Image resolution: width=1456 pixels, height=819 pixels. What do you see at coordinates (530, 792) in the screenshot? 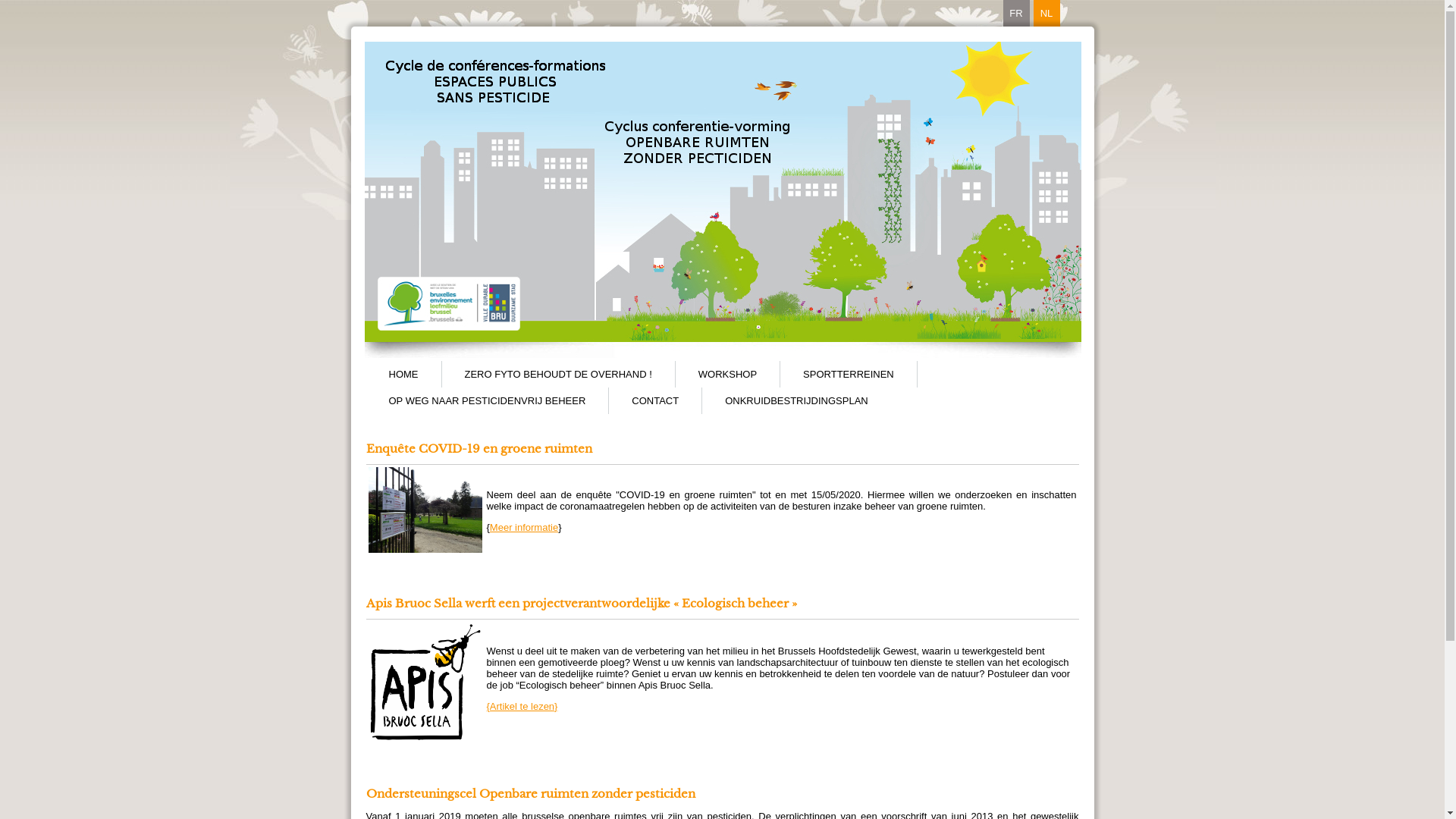
I see `'Ondersteuningscel Openbare ruimten zonder pesticiden'` at bounding box center [530, 792].